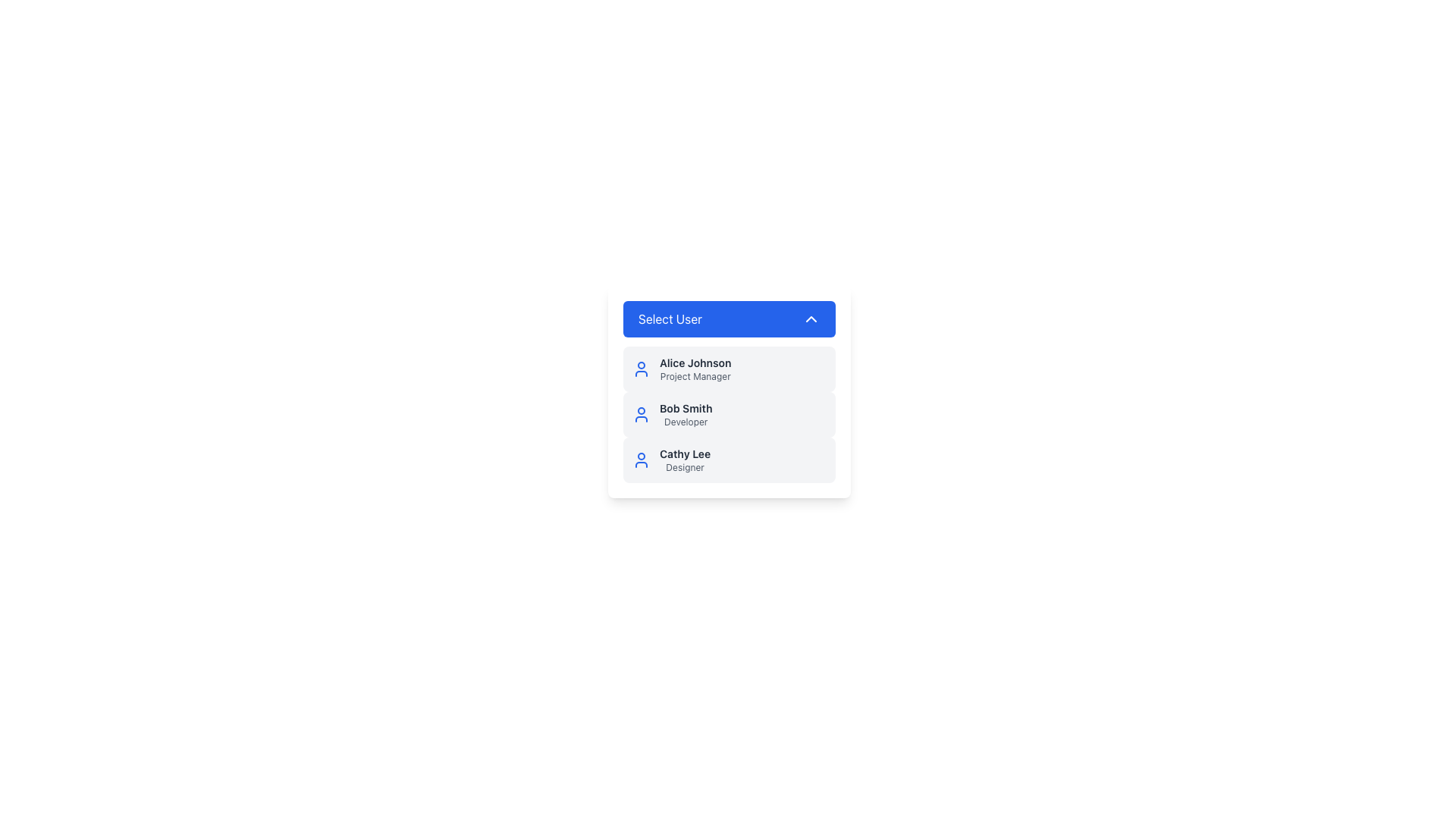  What do you see at coordinates (641, 459) in the screenshot?
I see `the SVG icon representing the user 'Cathy Lee', which is located to the left of the text 'Cathy Lee Designer'` at bounding box center [641, 459].